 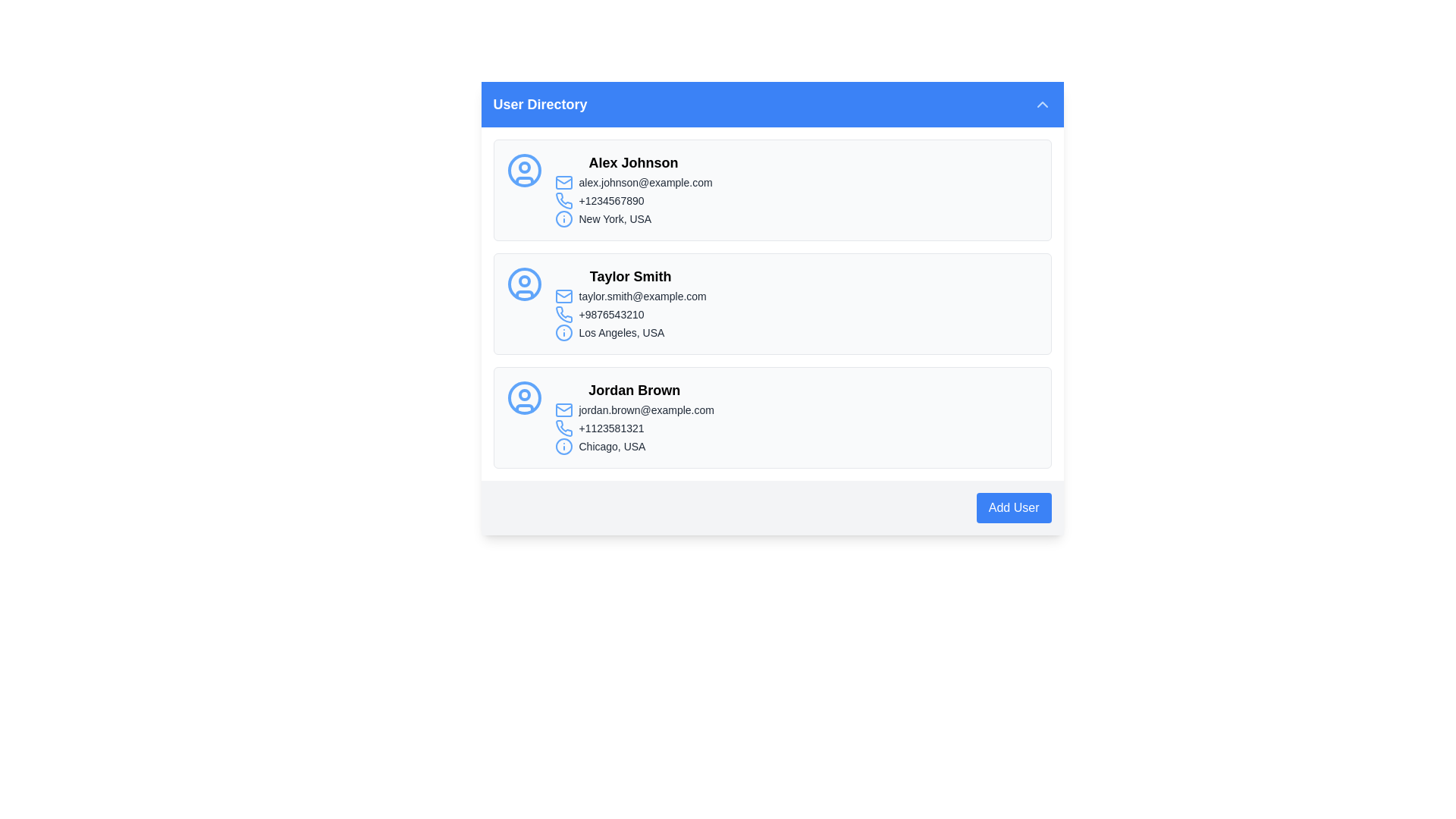 I want to click on the blue phone icon shaped like a handset located in the contact section of the 'Jordan Brown' card, positioned below the email icon and aligned with the phone number, so click(x=563, y=428).